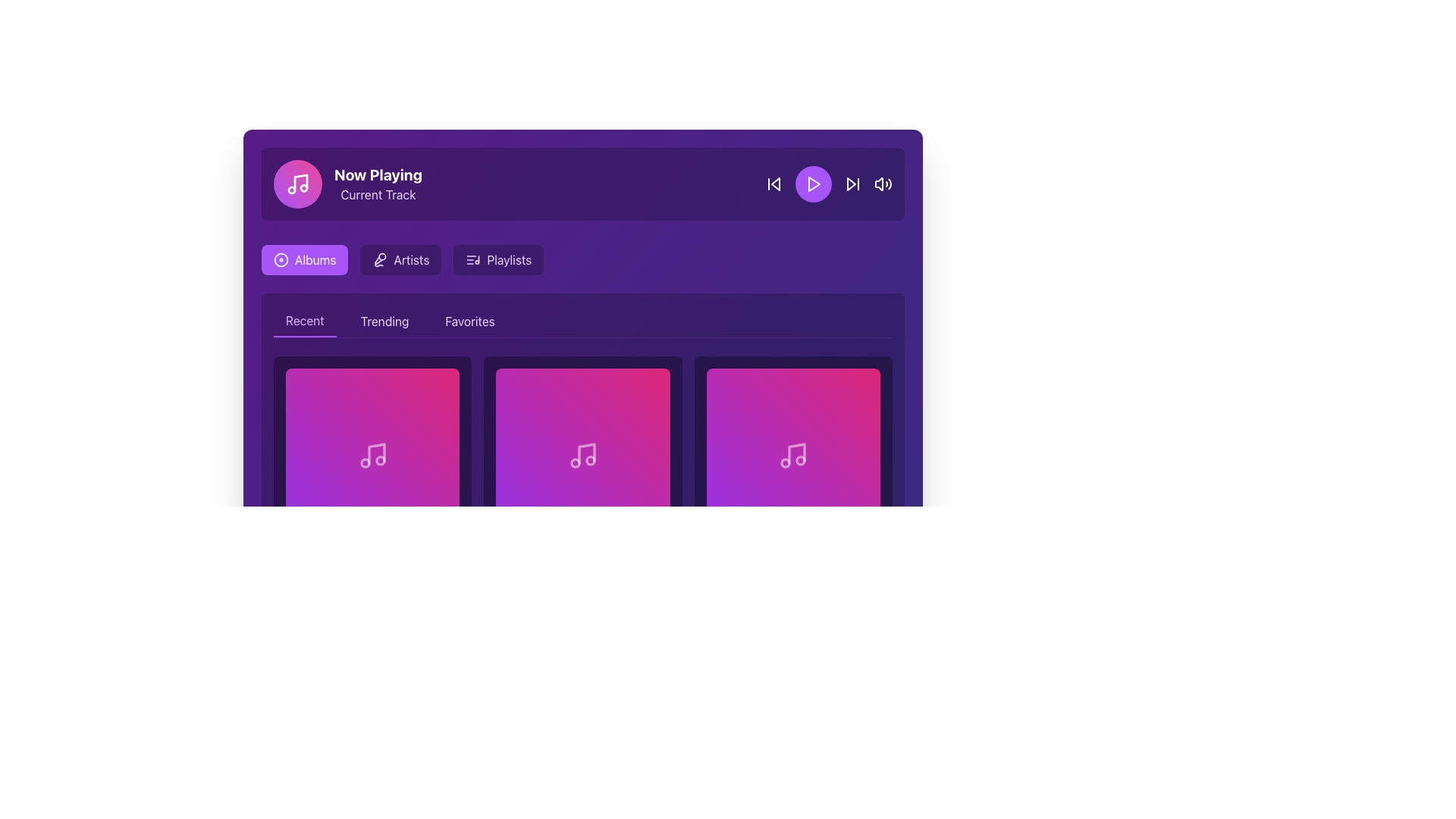 Image resolution: width=1456 pixels, height=819 pixels. Describe the element at coordinates (304, 259) in the screenshot. I see `the Albums button located beneath the 'Now Playing' section for accessibility navigation` at that location.